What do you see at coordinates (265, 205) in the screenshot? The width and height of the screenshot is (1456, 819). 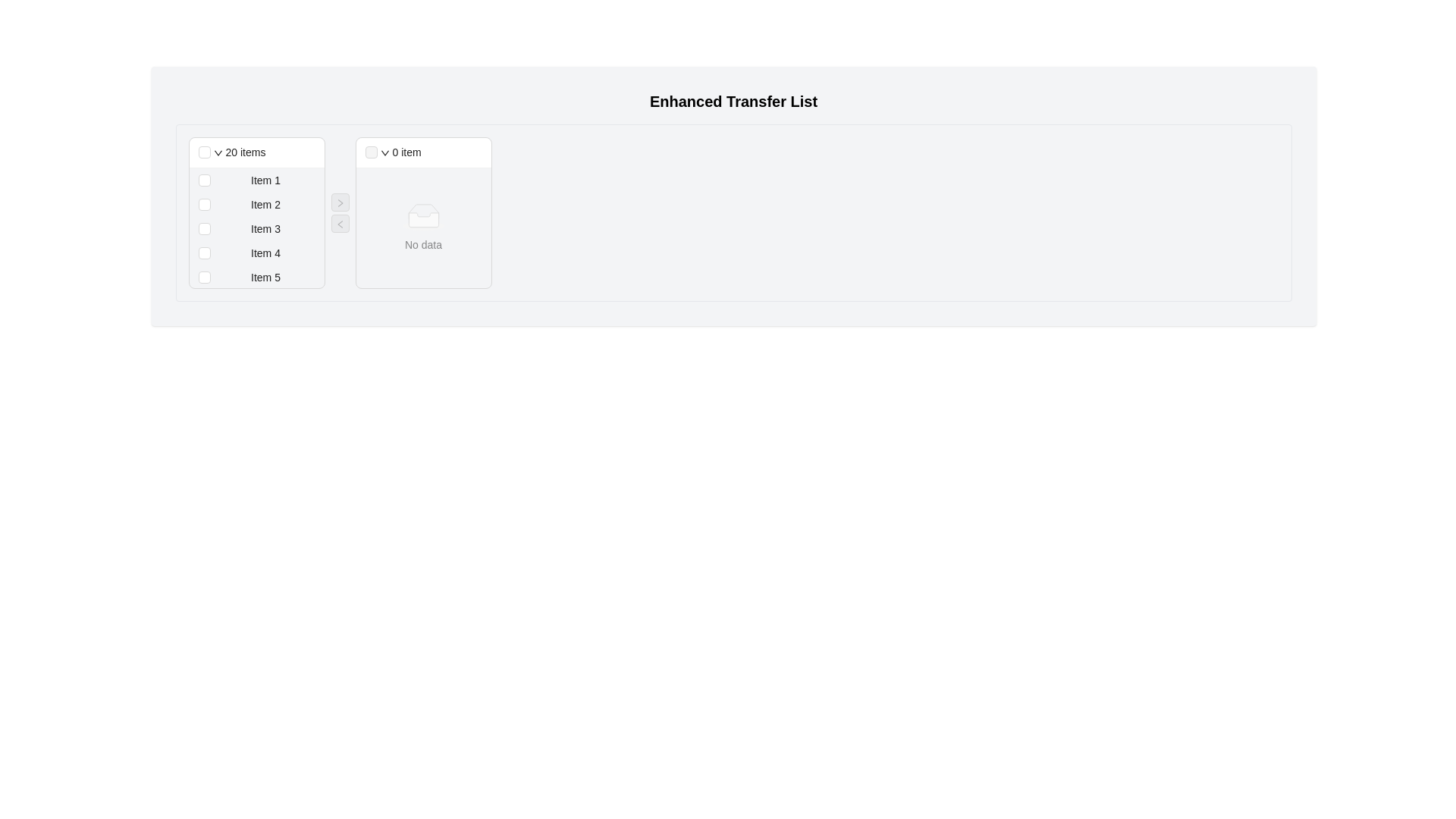 I see `text of the label located beneath '20 items' in the left column, which is the second item in the vertical list` at bounding box center [265, 205].